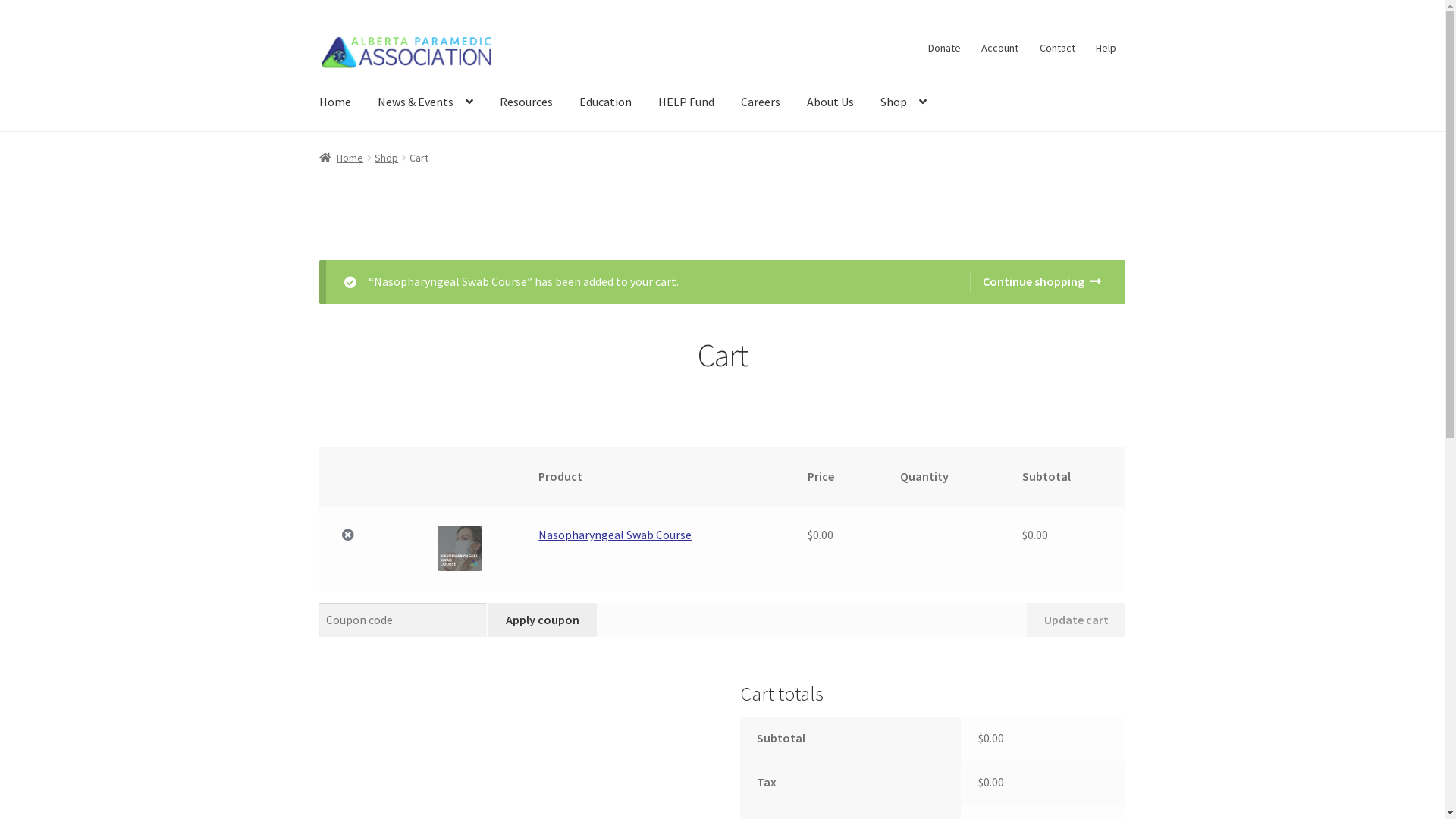 The height and width of the screenshot is (819, 1456). Describe the element at coordinates (829, 102) in the screenshot. I see `'About Us'` at that location.